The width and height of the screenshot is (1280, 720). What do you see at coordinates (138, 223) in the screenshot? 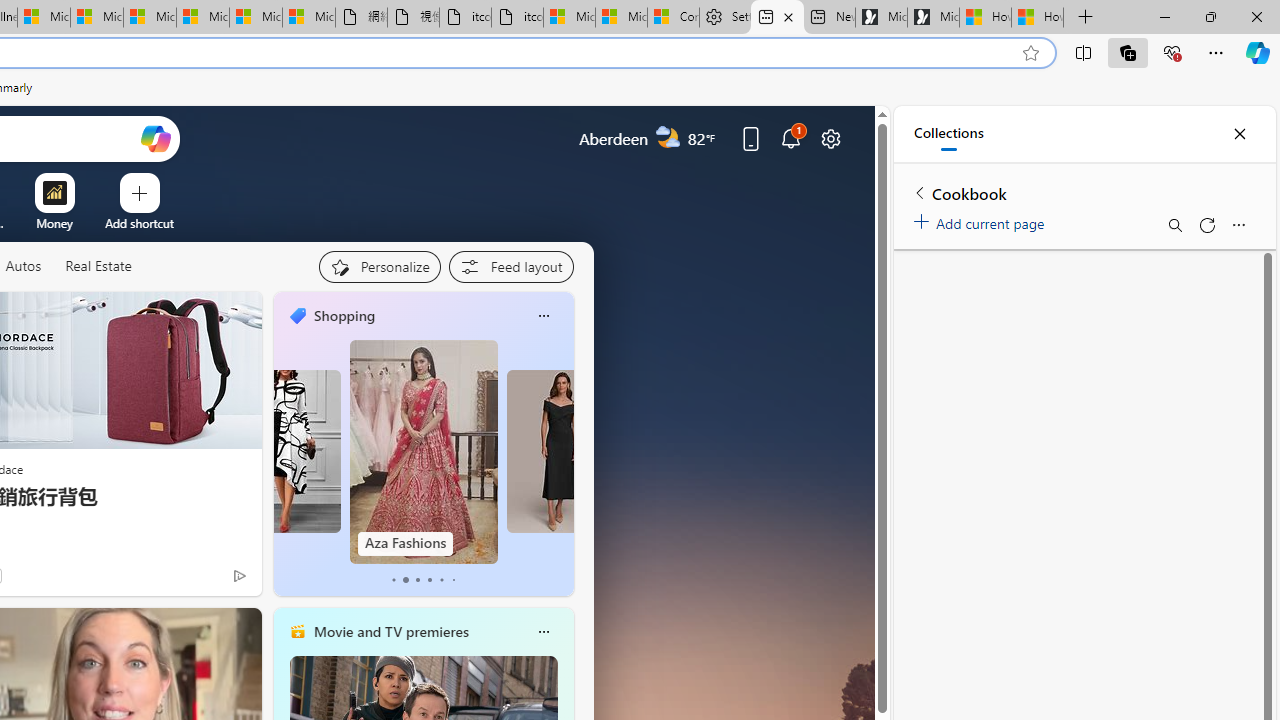
I see `'Add a site'` at bounding box center [138, 223].